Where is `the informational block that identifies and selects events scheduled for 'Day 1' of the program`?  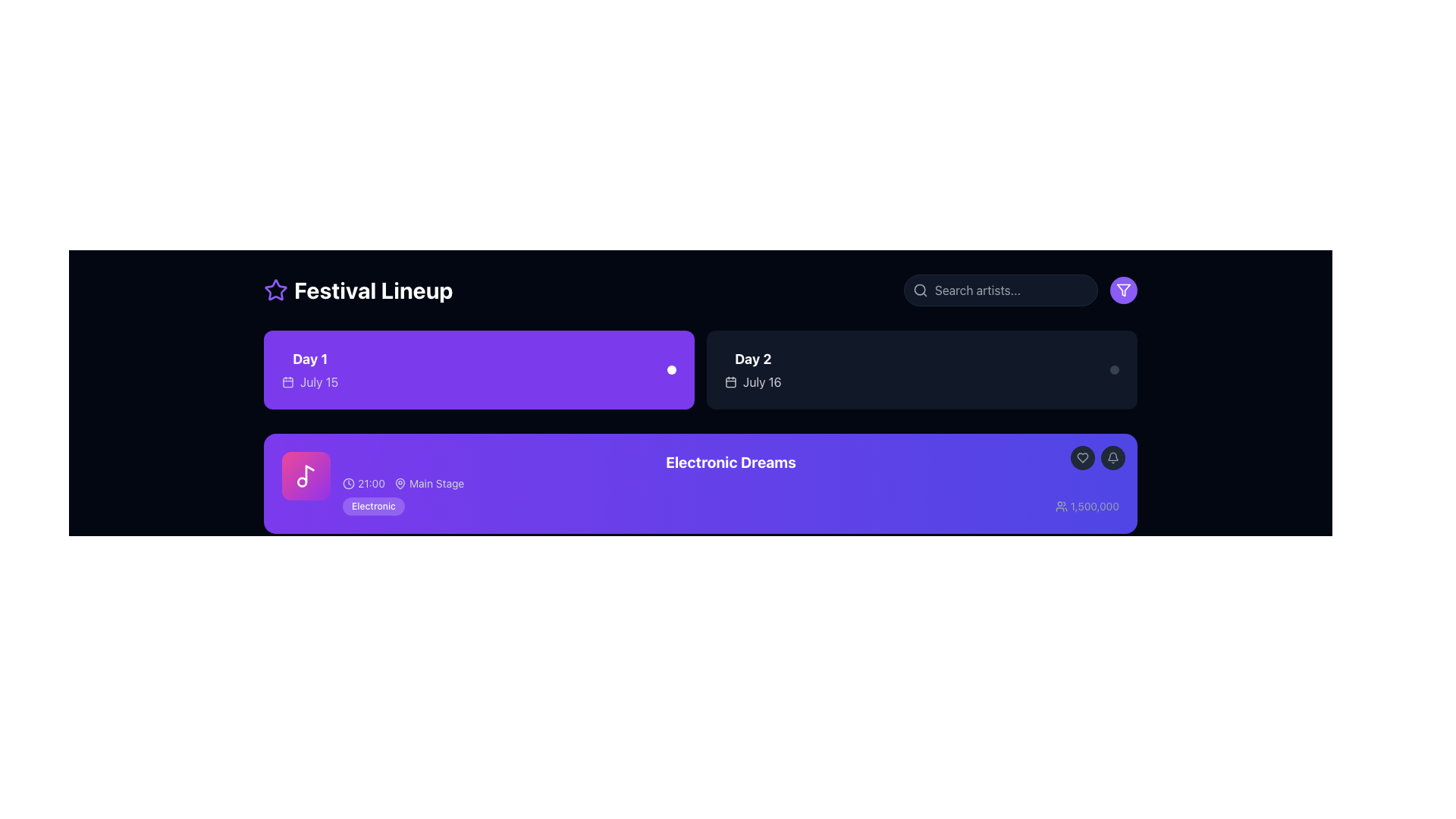
the informational block that identifies and selects events scheduled for 'Day 1' of the program is located at coordinates (309, 370).